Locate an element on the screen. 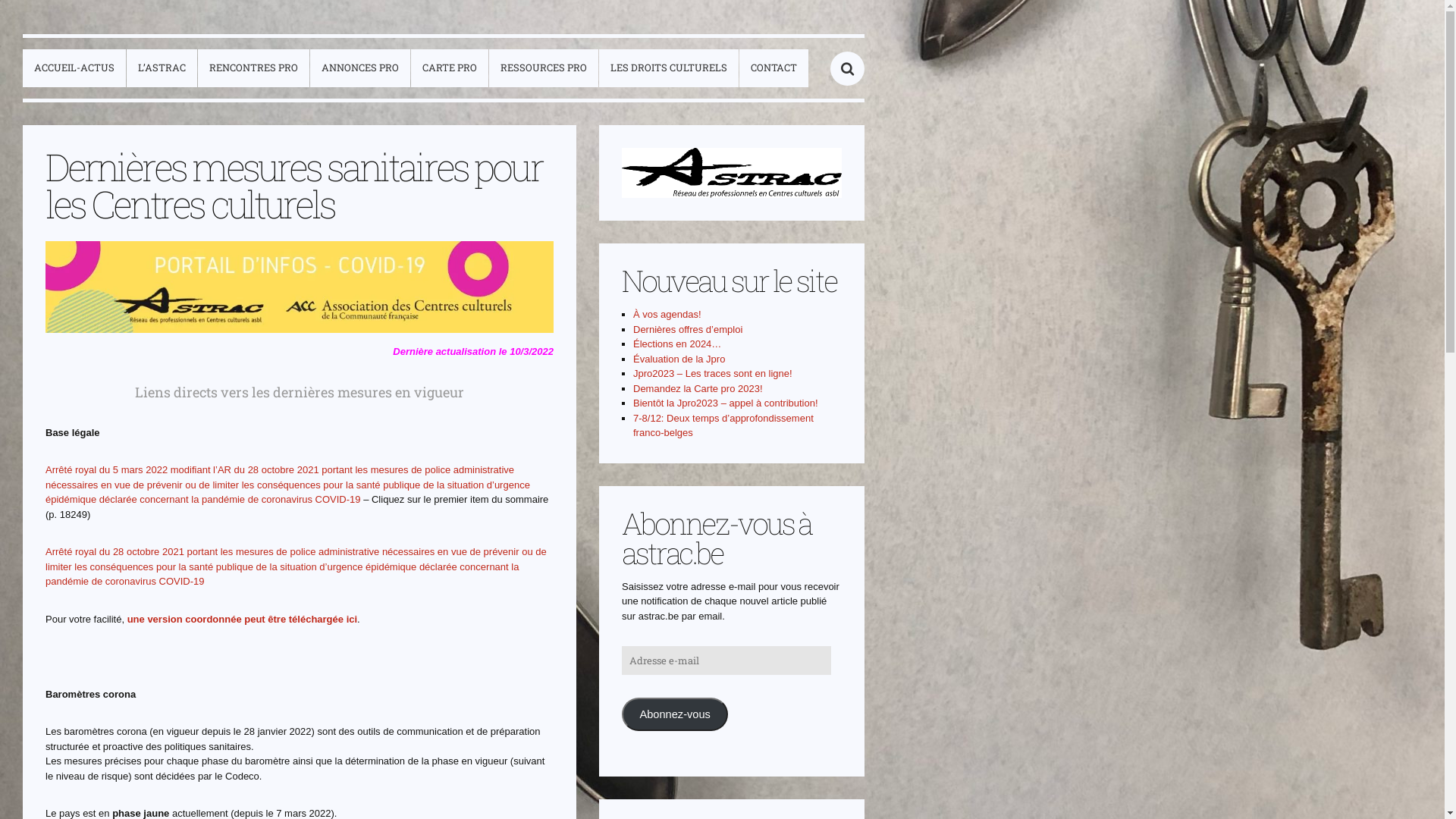 The width and height of the screenshot is (1456, 819). 'Abonnez-vous' is located at coordinates (673, 714).